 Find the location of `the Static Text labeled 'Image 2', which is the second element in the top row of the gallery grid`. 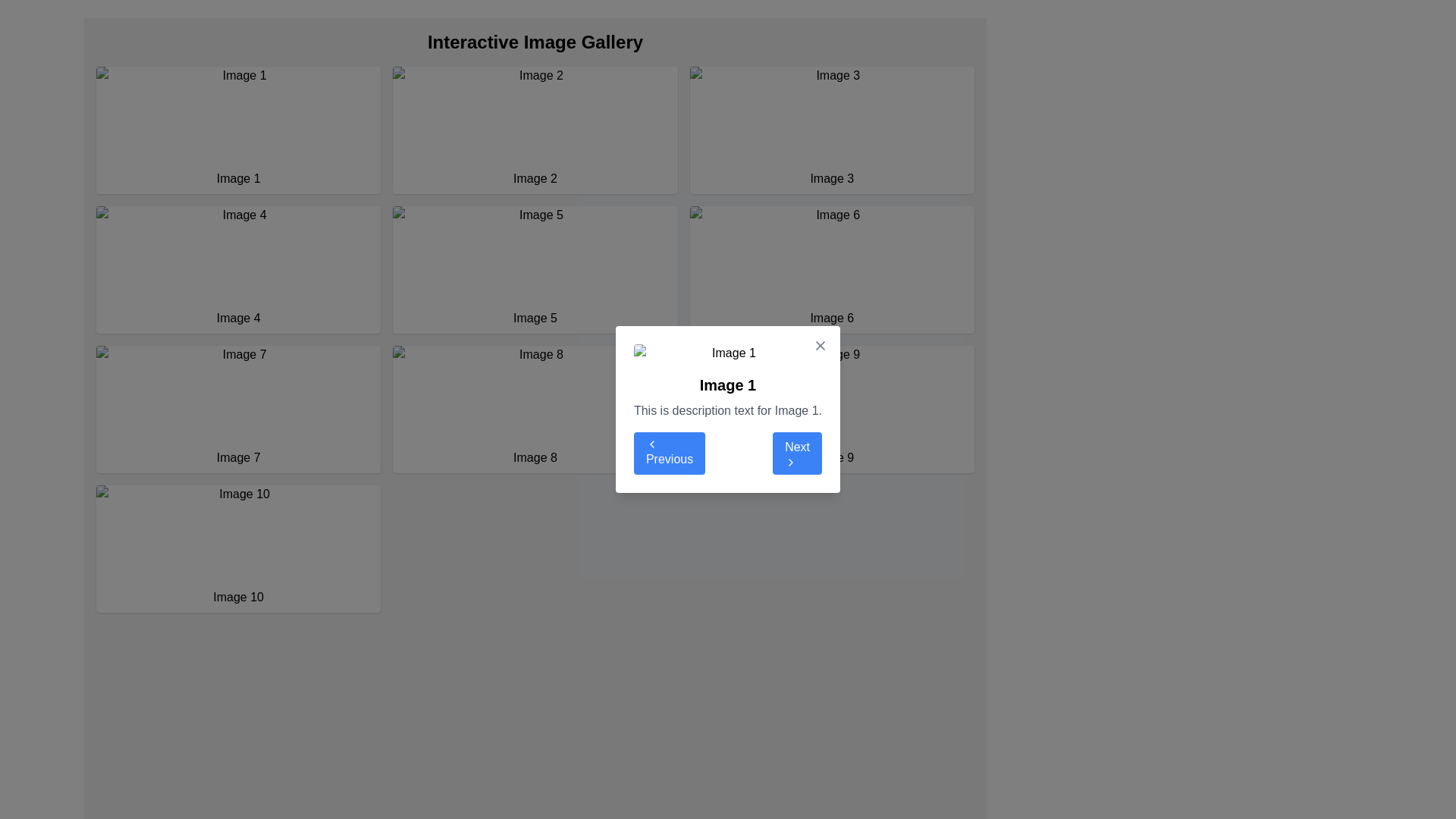

the Static Text labeled 'Image 2', which is the second element in the top row of the gallery grid is located at coordinates (535, 177).